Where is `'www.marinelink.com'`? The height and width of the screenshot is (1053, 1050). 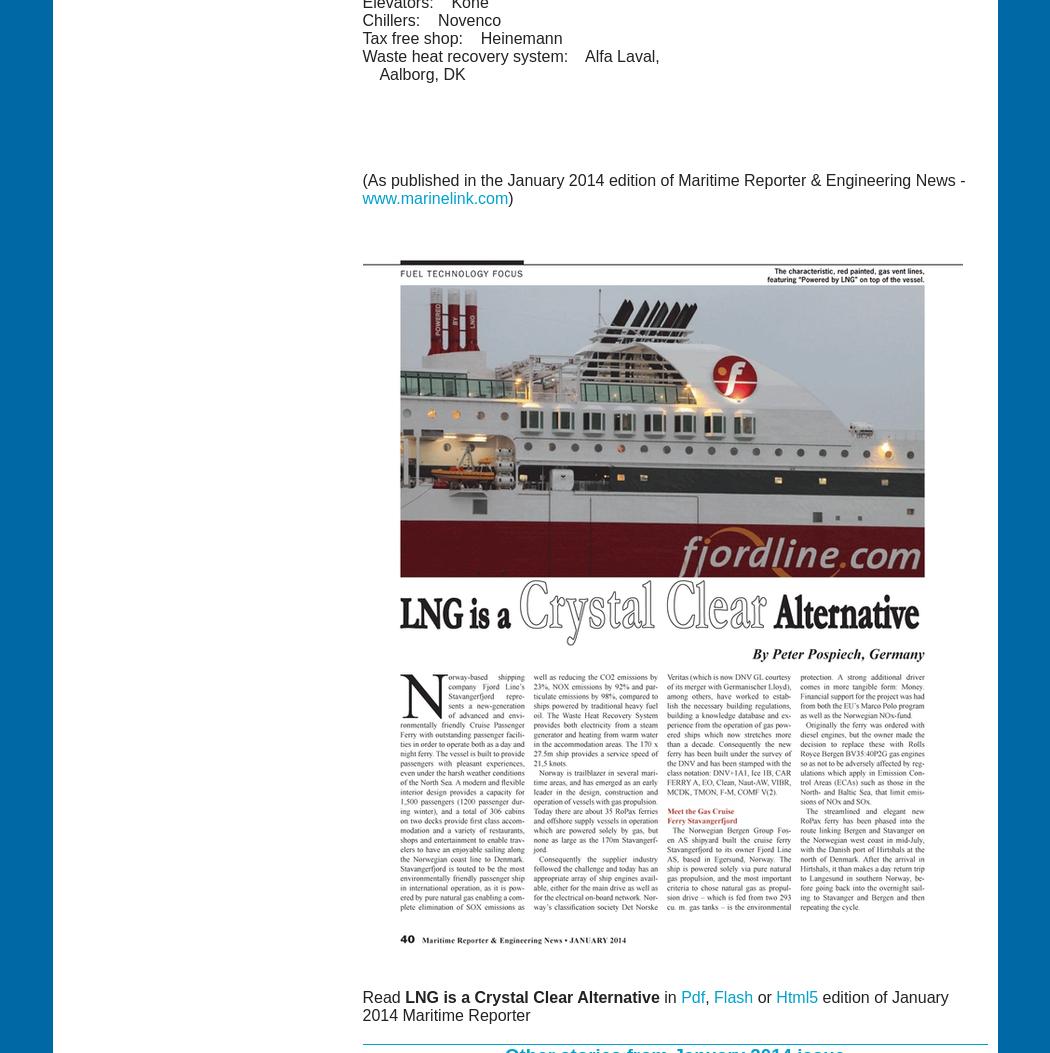
'www.marinelink.com' is located at coordinates (434, 197).